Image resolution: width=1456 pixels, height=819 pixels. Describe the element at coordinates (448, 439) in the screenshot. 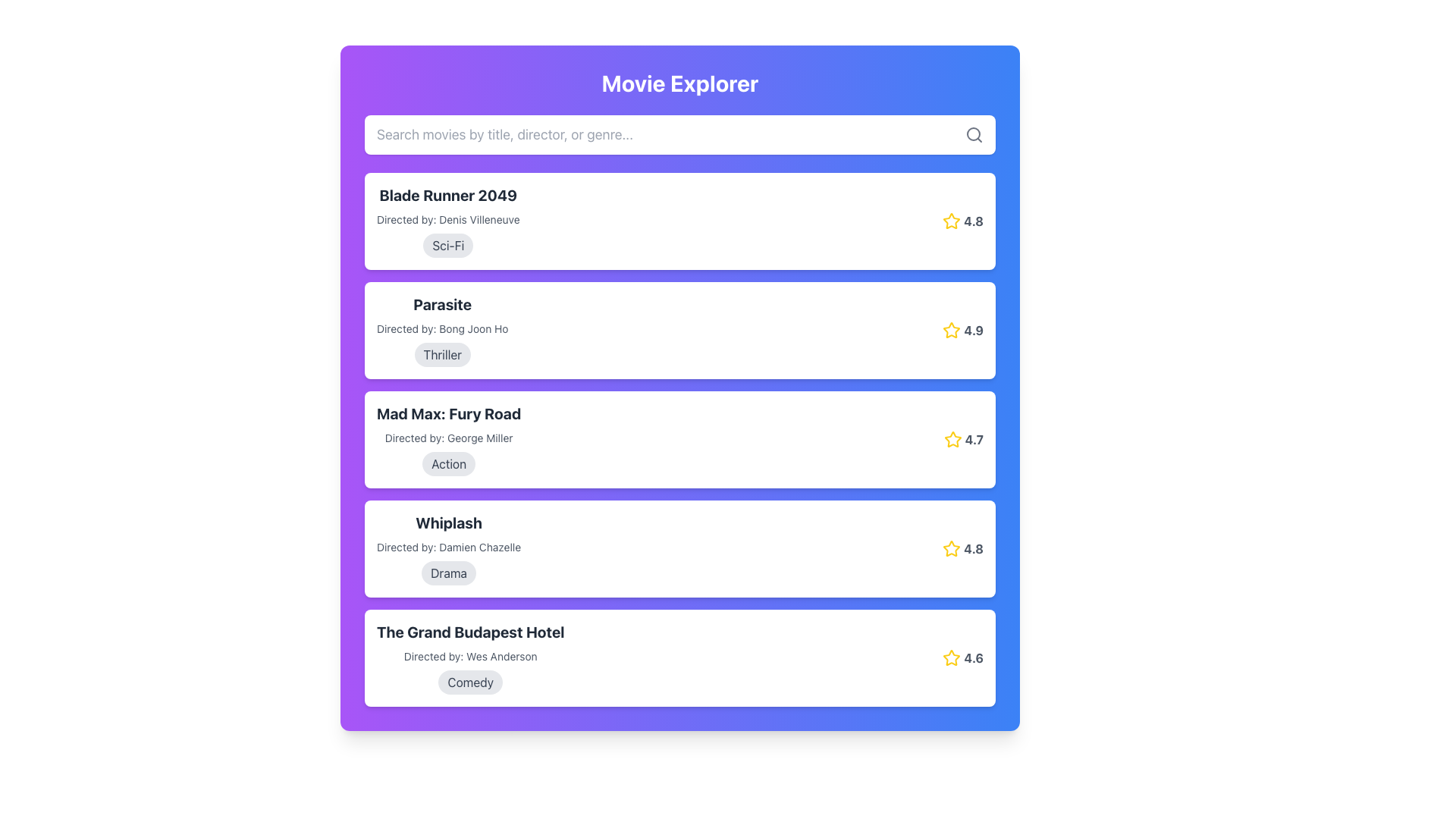

I see `the text block titled 'Mad Max: Fury Road', which includes a subtitle 'Directed by: George Miller' and a tag labeled 'Action'` at that location.